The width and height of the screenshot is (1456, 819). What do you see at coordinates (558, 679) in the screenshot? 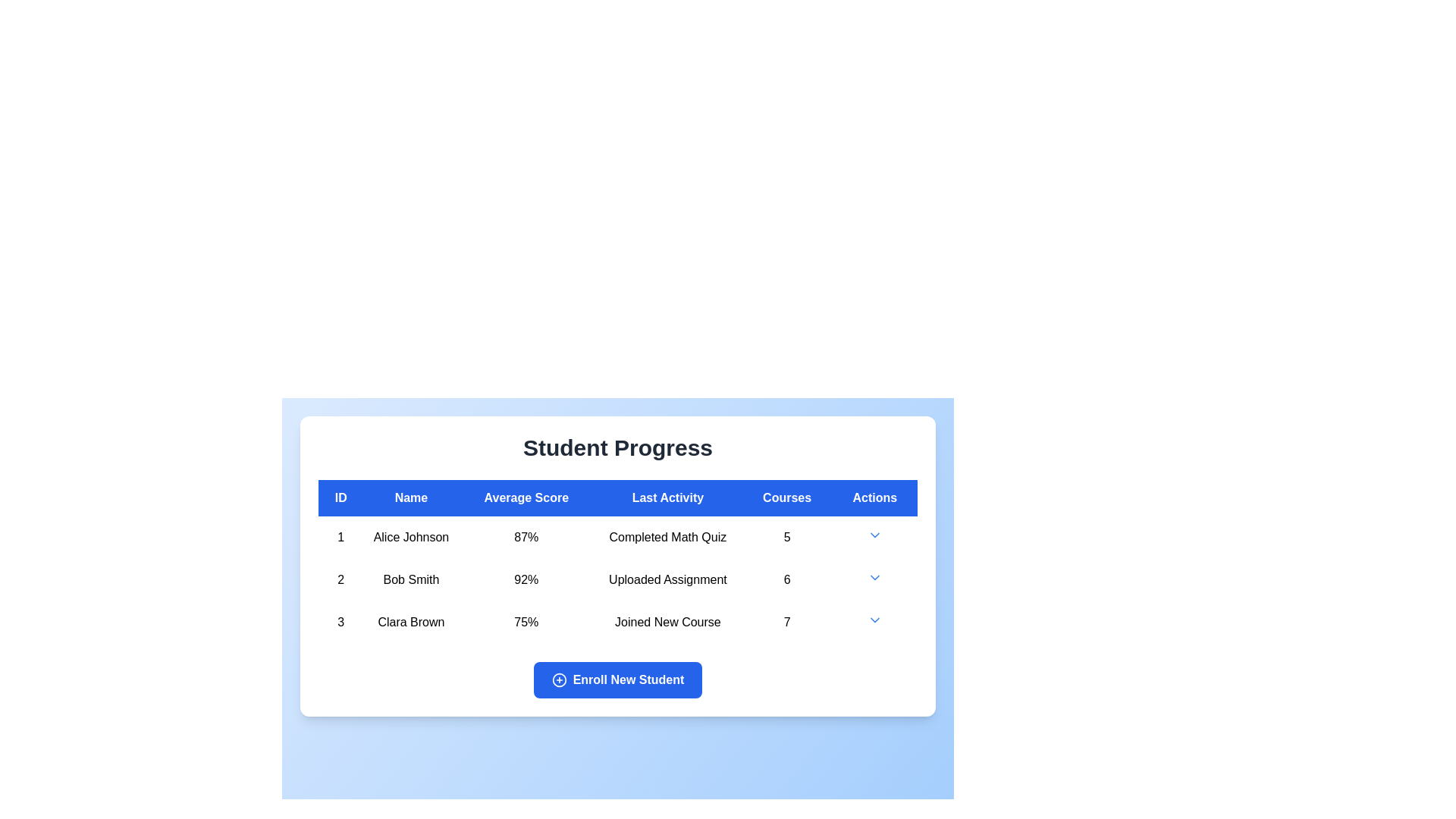
I see `the 'Enroll New Student' button, which features a circular SVG component indicating an additional action or feature` at bounding box center [558, 679].